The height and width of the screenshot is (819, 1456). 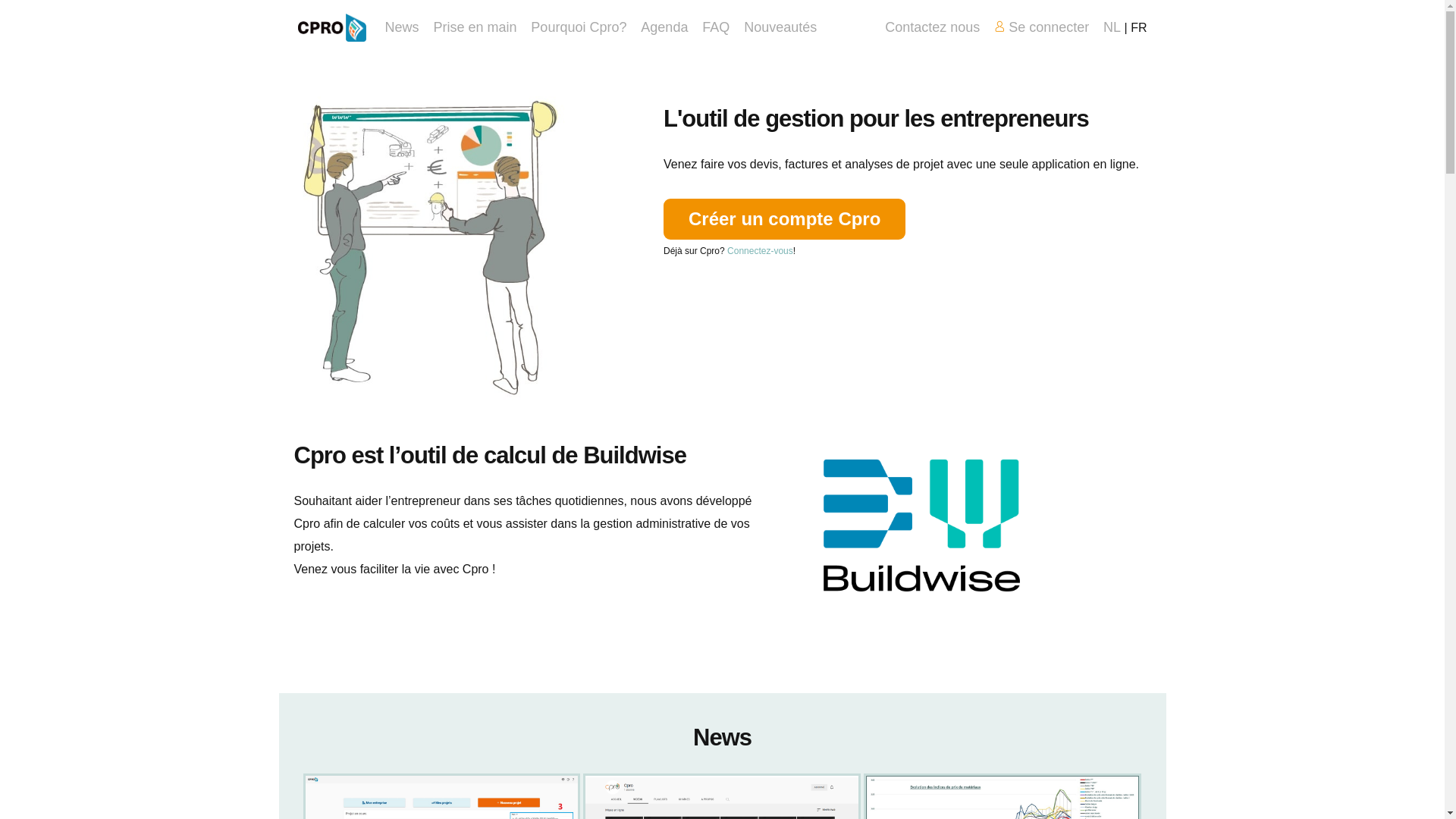 I want to click on 'FAQ', so click(x=715, y=27).